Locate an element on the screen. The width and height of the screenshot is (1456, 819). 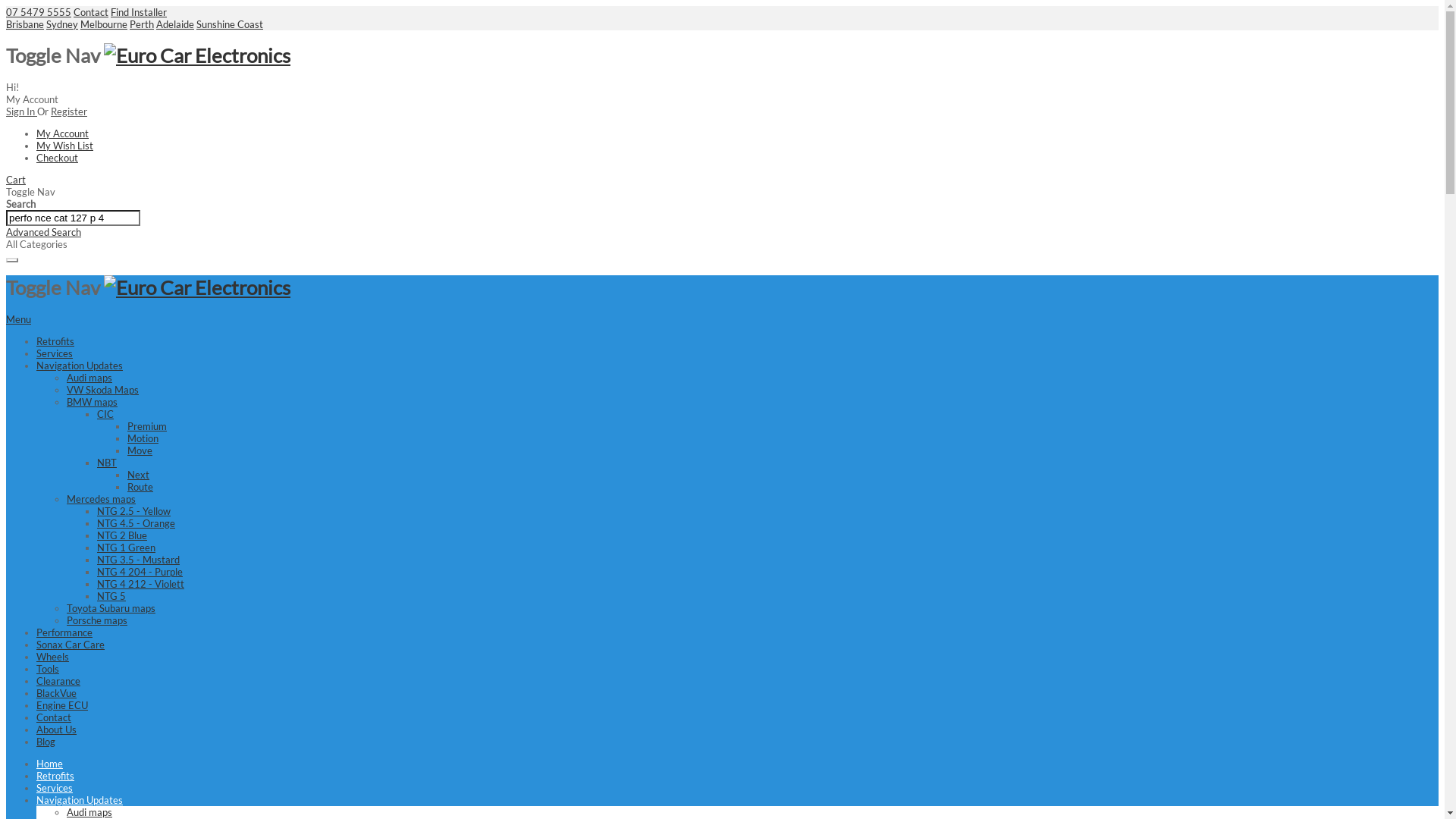
'Audi maps' is located at coordinates (65, 376).